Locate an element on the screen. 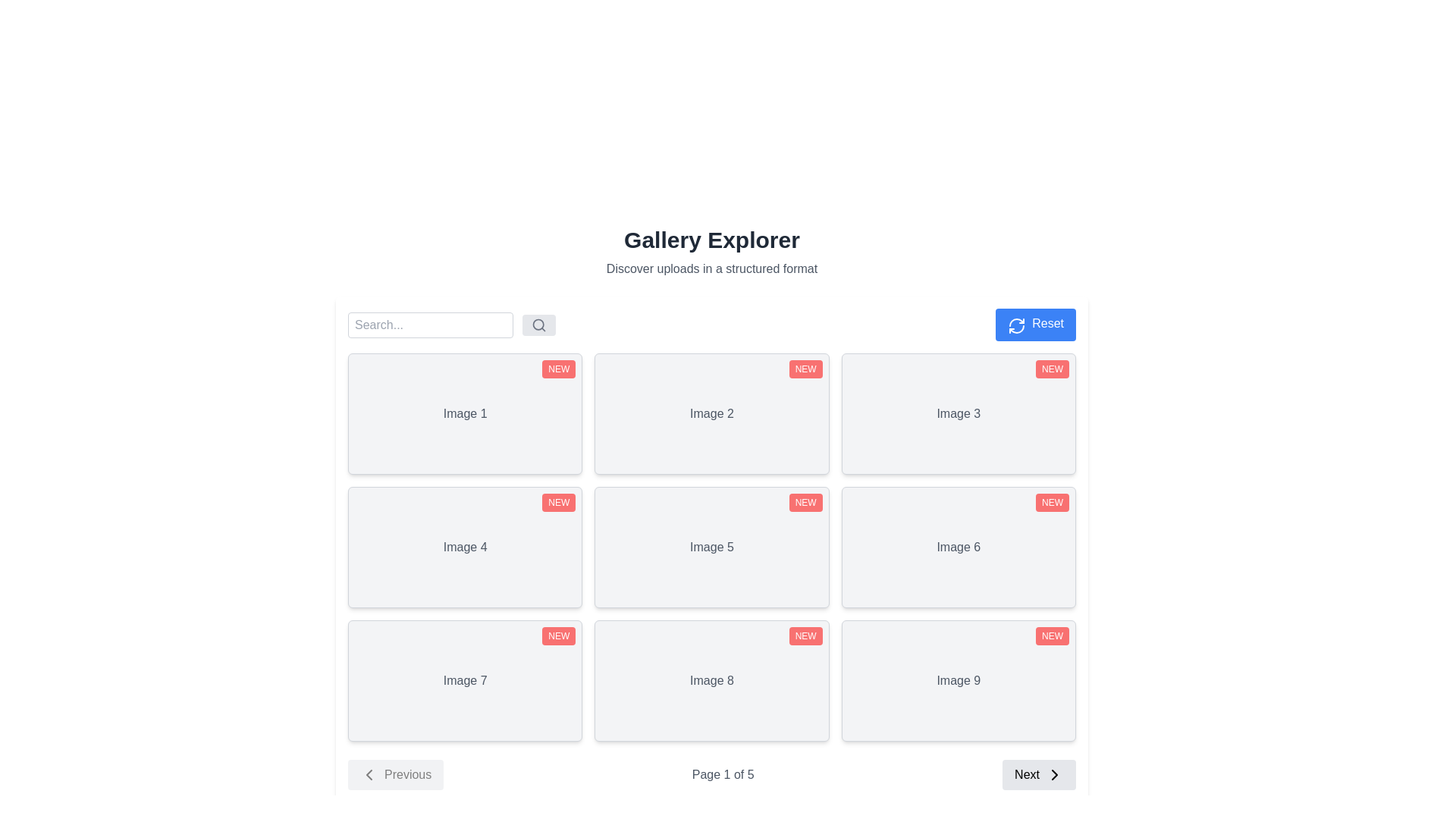 This screenshot has height=819, width=1456. the first card in the grid layout, which represents an item with a 'NEW' badge, indicating it is a recent addition is located at coordinates (464, 414).